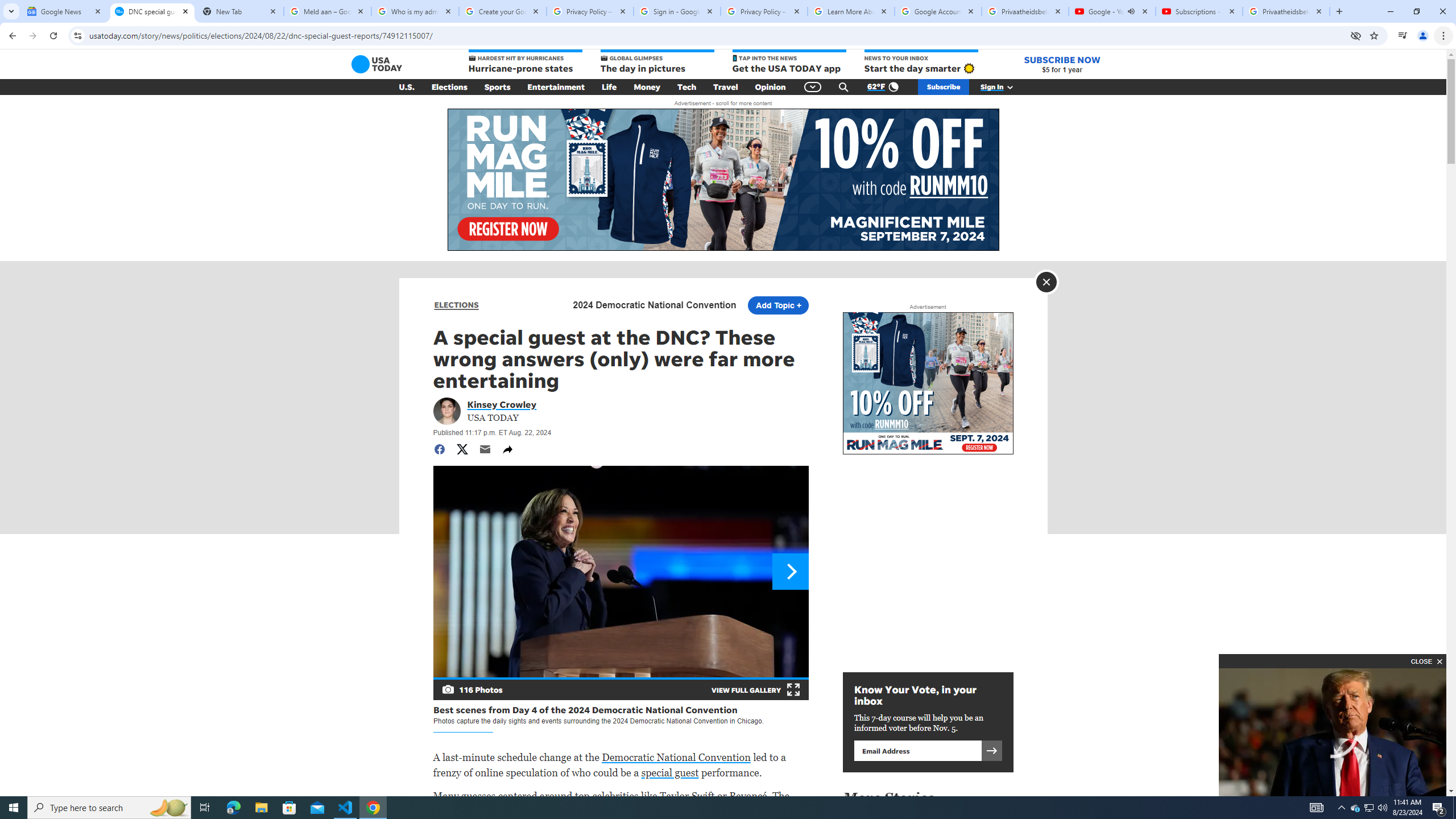 This screenshot has height=819, width=1456. What do you see at coordinates (6, 5) in the screenshot?
I see `'System'` at bounding box center [6, 5].